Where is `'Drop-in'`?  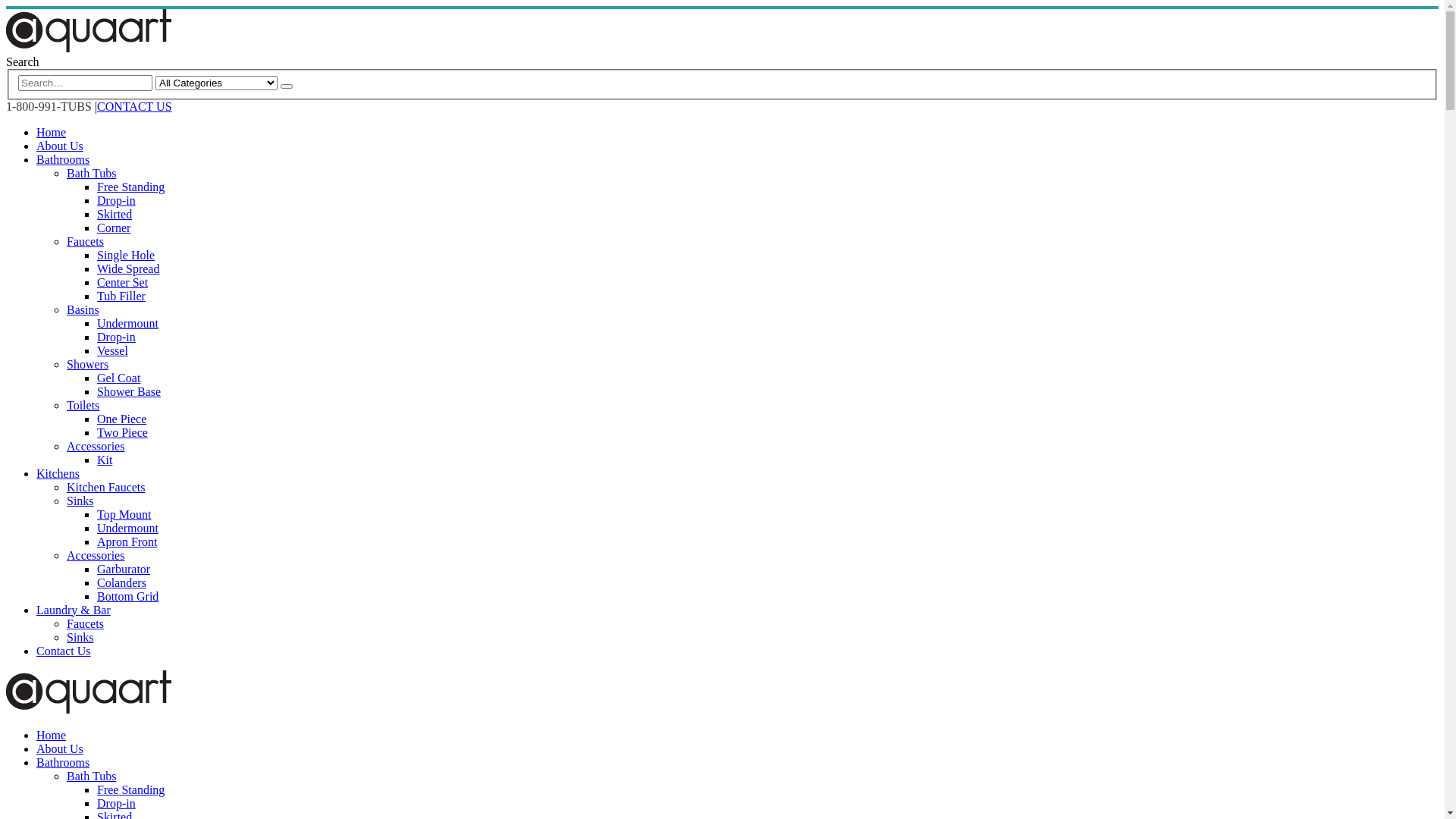
'Drop-in' is located at coordinates (96, 802).